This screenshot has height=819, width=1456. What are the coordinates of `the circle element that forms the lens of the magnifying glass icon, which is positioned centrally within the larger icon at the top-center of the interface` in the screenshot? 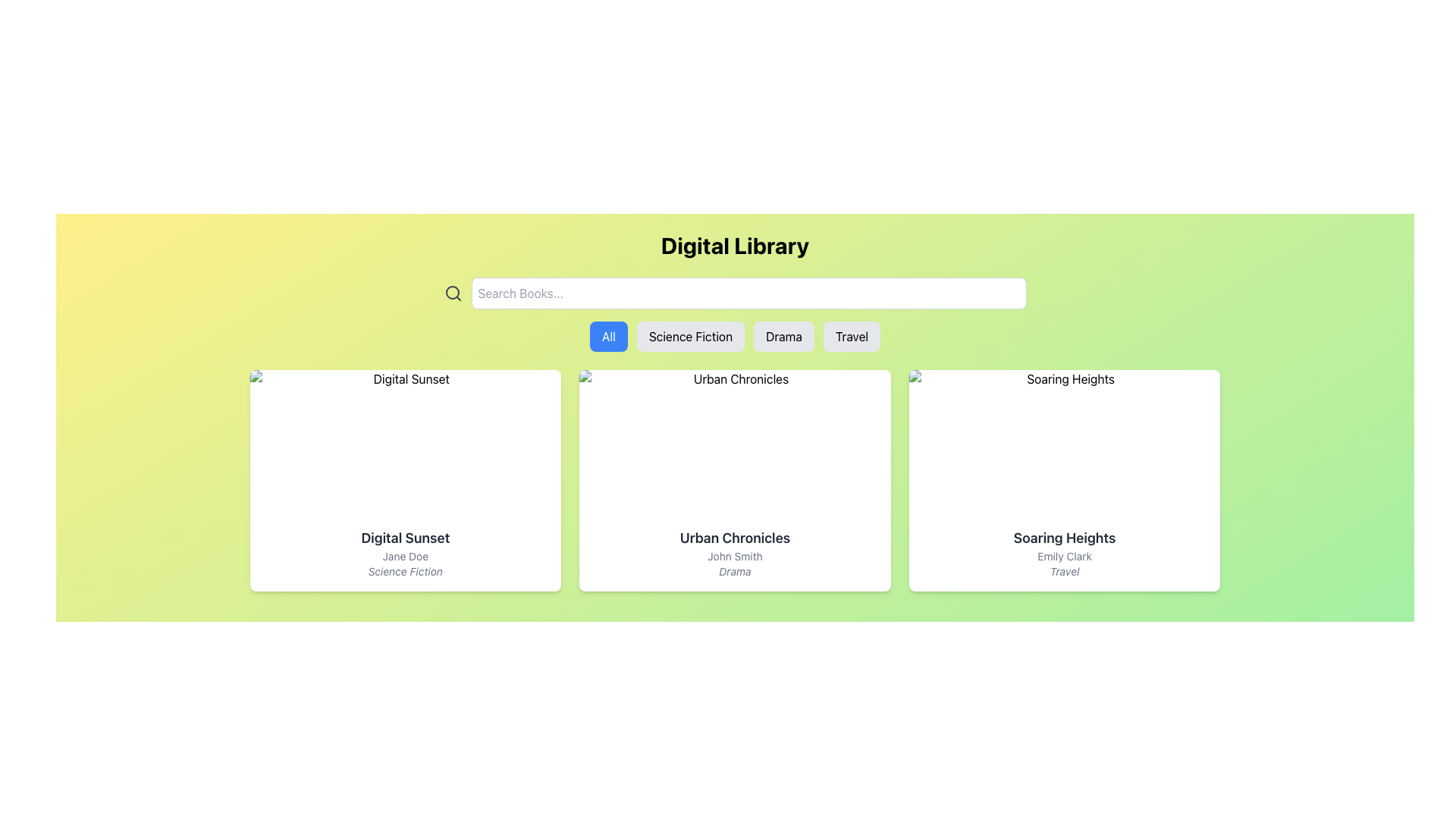 It's located at (451, 292).